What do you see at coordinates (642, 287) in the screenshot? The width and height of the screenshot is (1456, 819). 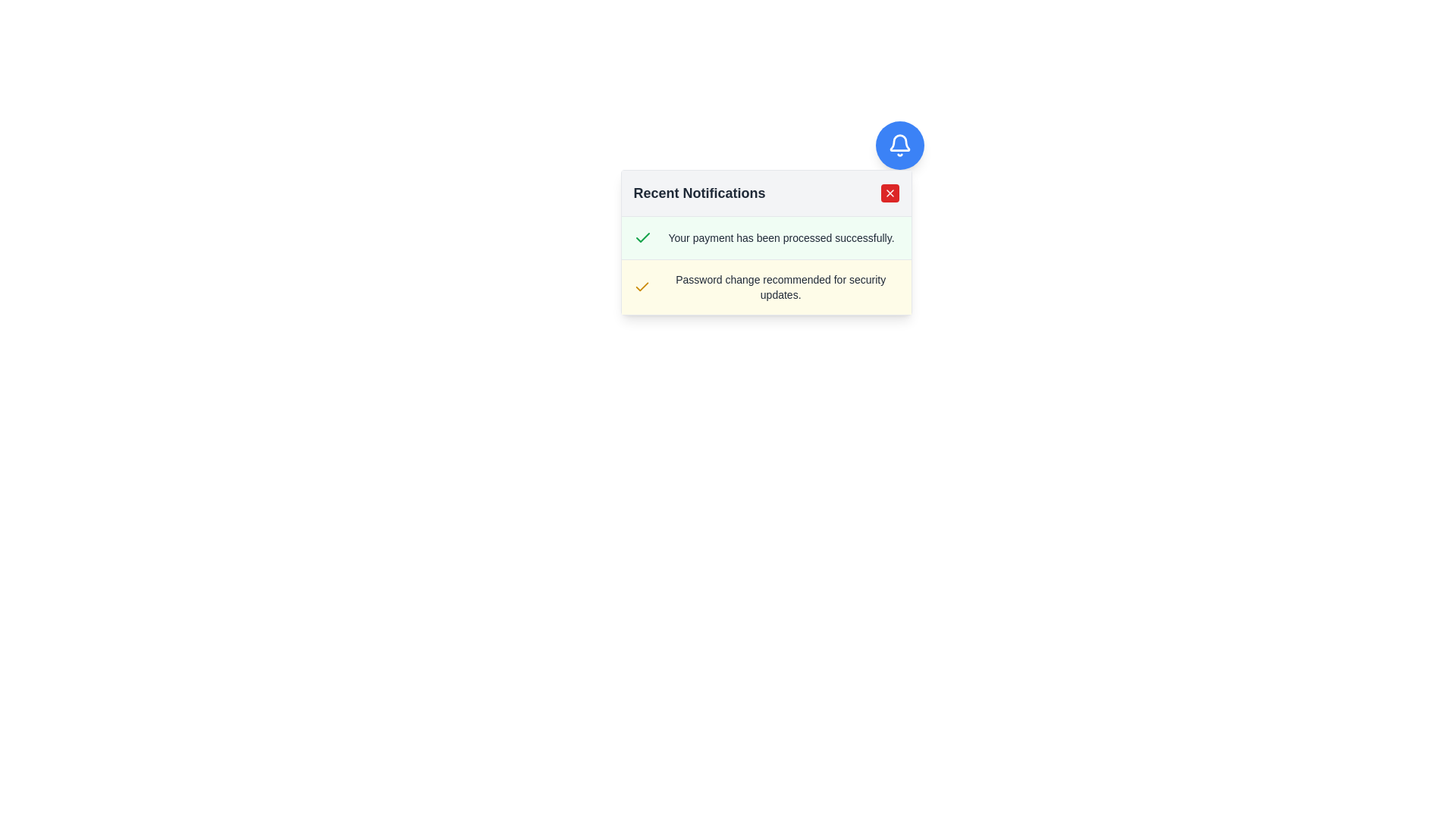 I see `the checkmark icon located in the top-left corner of the 'Recent Notifications' box, which indicates the success of the payment processing message` at bounding box center [642, 287].